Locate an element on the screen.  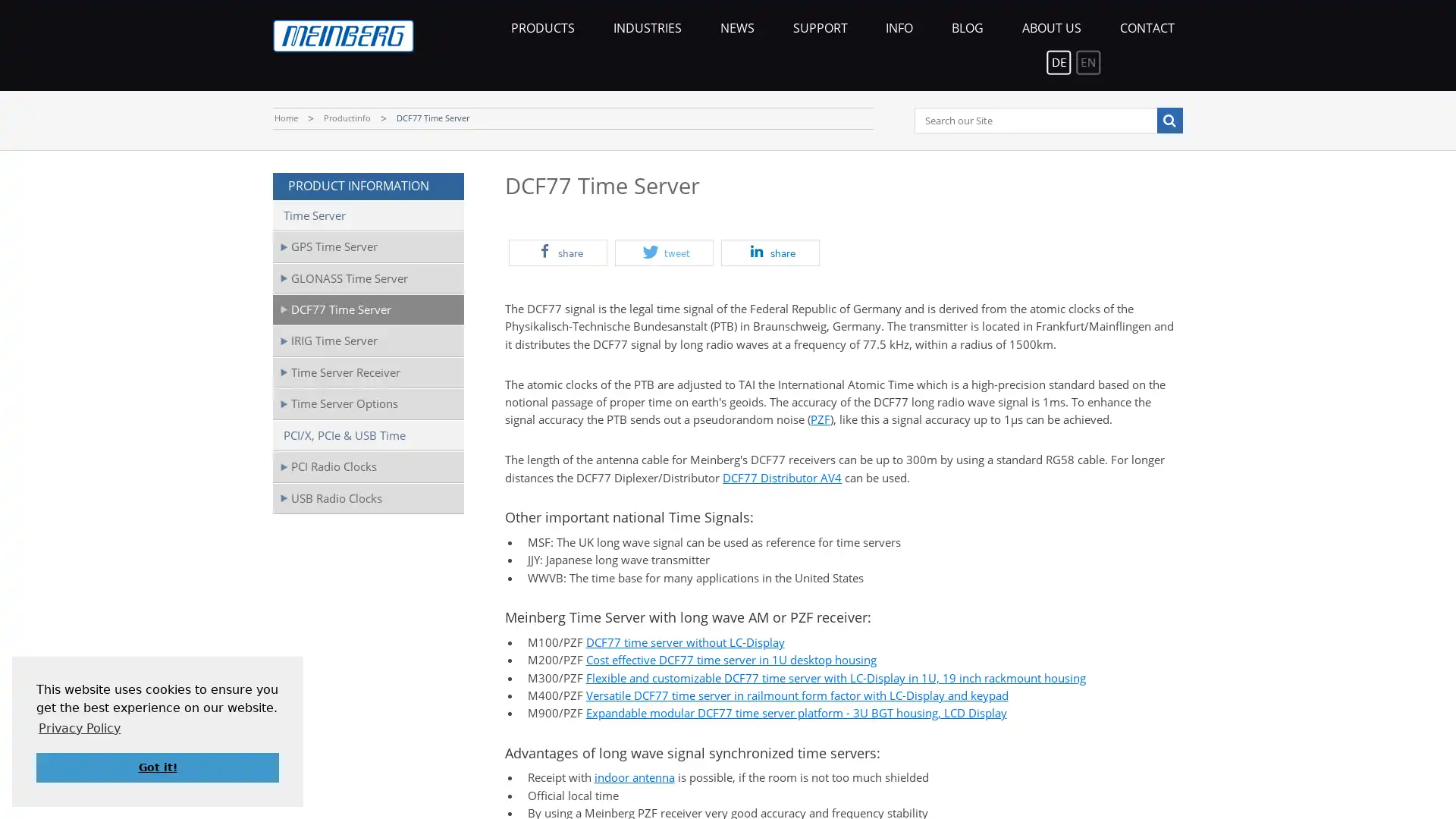
Share on Facebook is located at coordinates (557, 252).